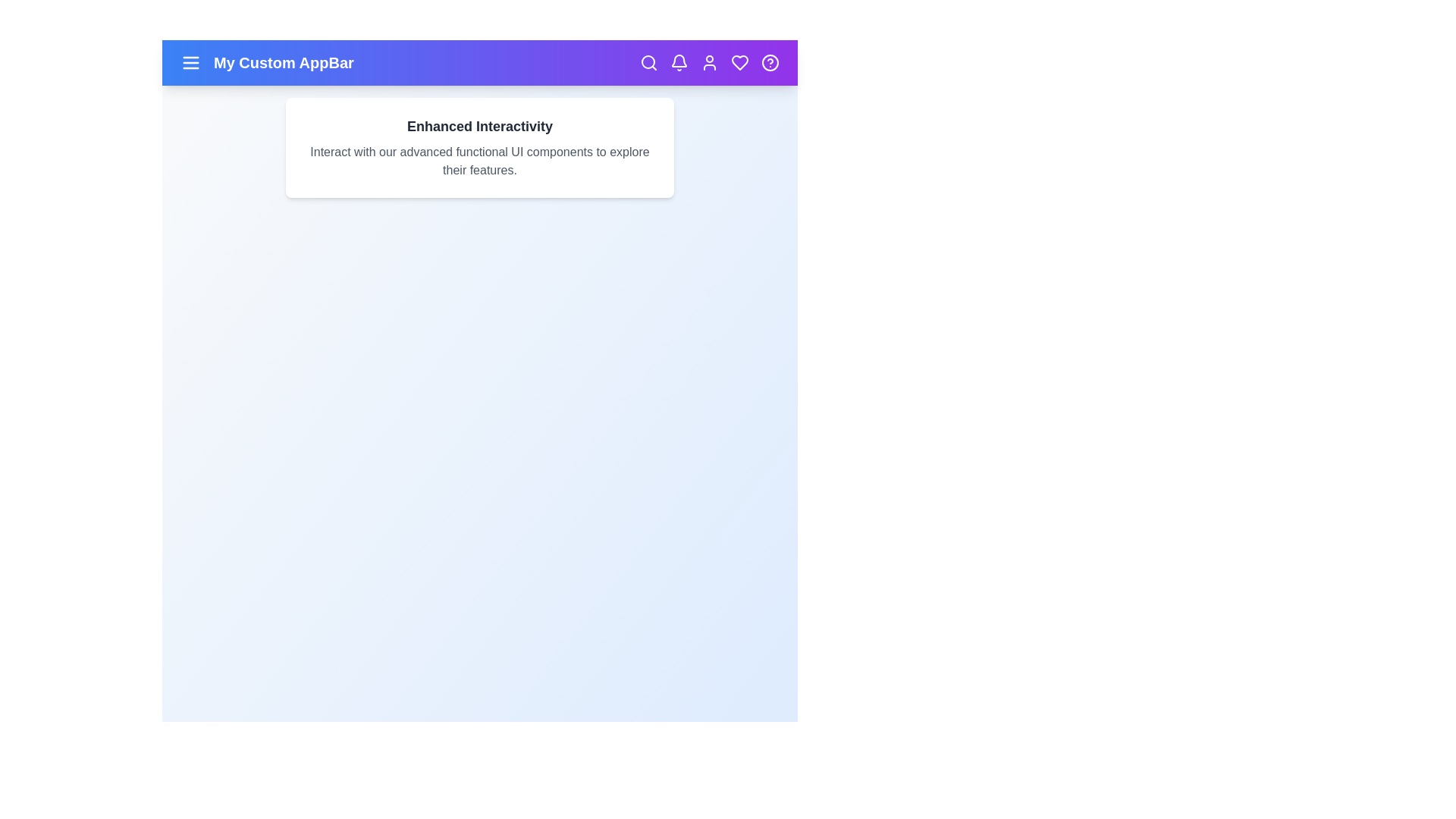  I want to click on the menu icon to toggle the menu visibility, so click(190, 62).